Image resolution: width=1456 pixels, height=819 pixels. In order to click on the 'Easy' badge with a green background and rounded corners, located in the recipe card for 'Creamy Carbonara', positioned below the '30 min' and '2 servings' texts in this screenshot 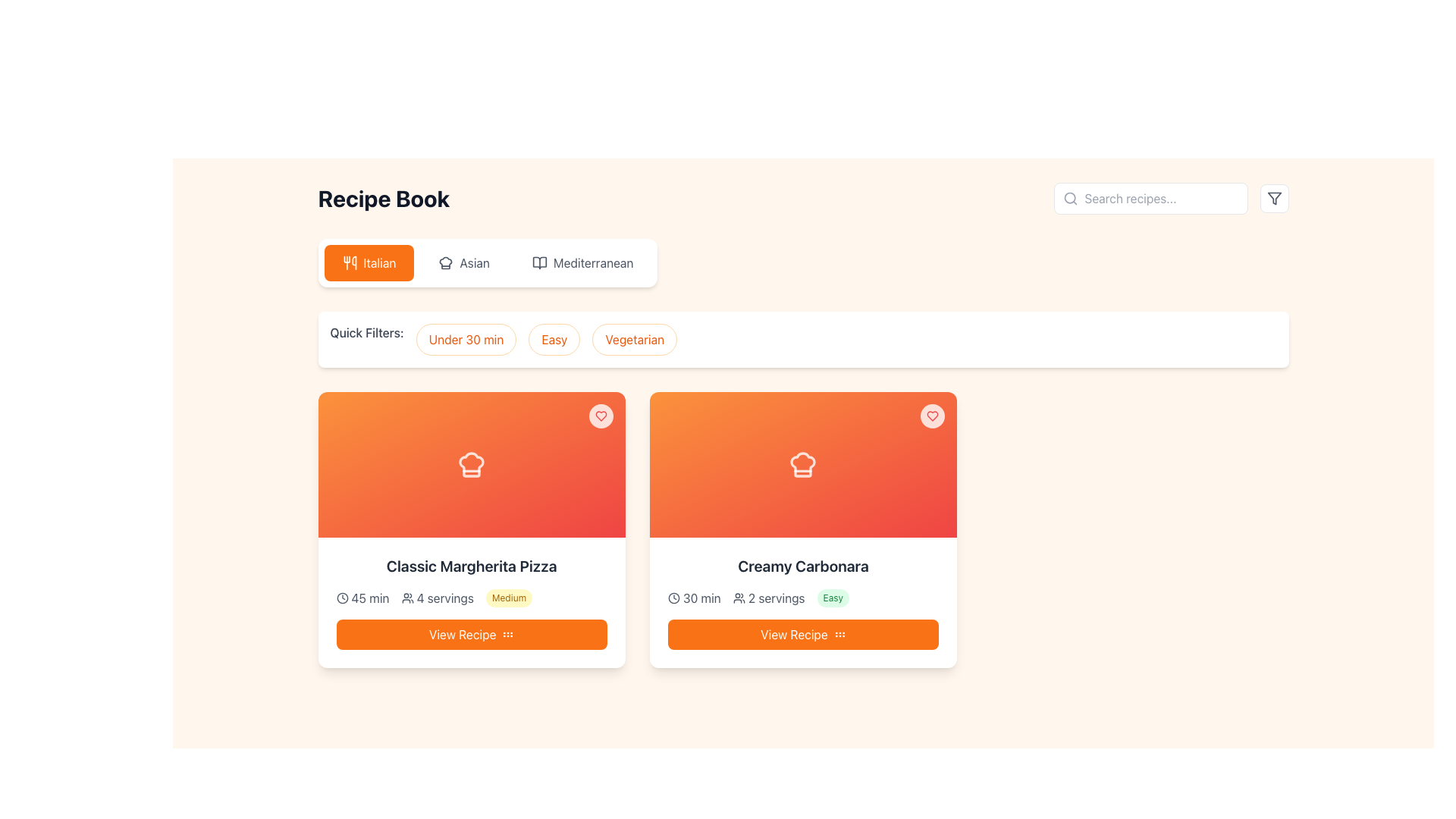, I will do `click(832, 598)`.